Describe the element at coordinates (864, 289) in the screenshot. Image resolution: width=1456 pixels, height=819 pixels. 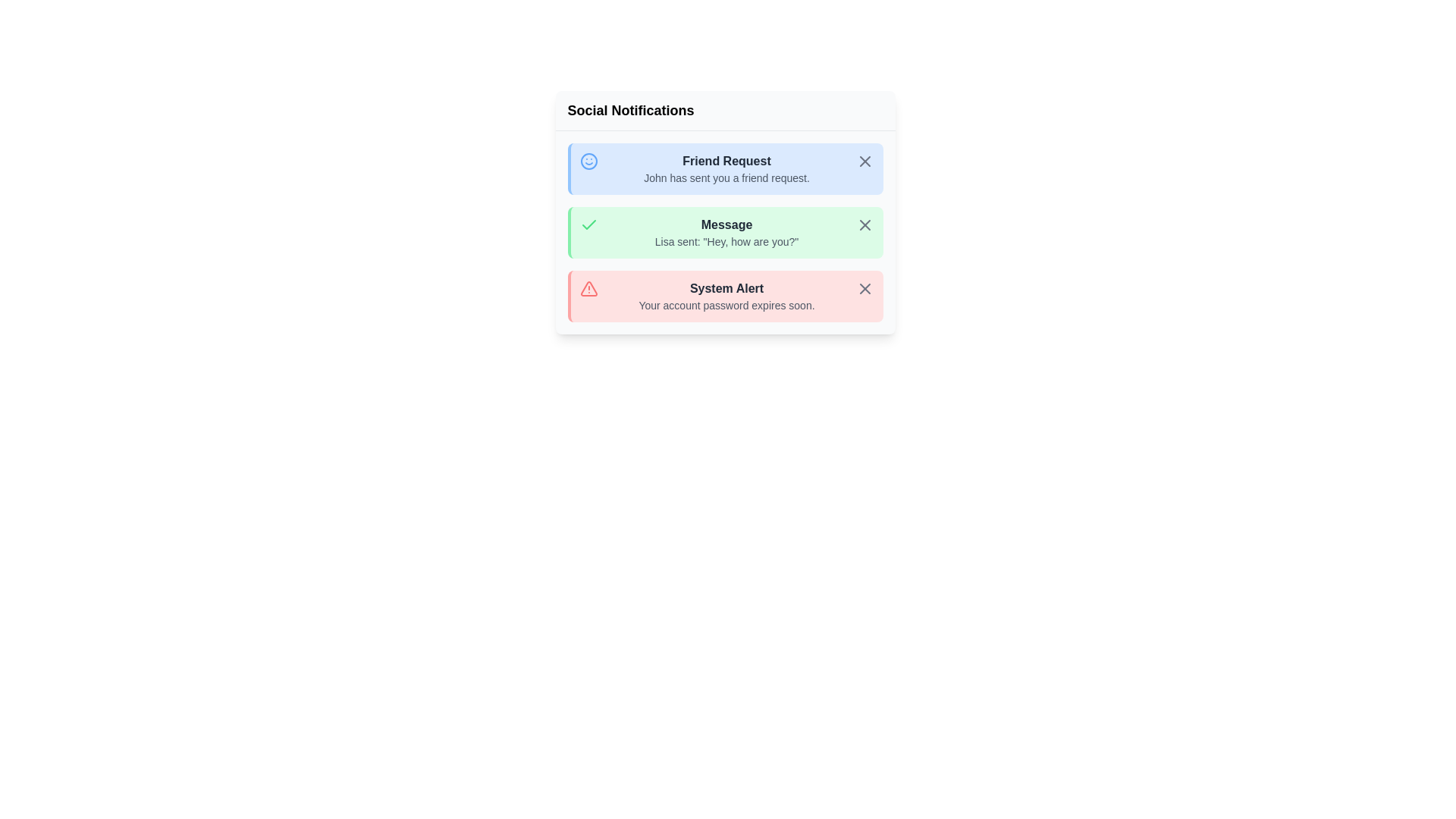
I see `the 'X' Close button located in the top-right corner of the red 'System Alert' notification card` at that location.